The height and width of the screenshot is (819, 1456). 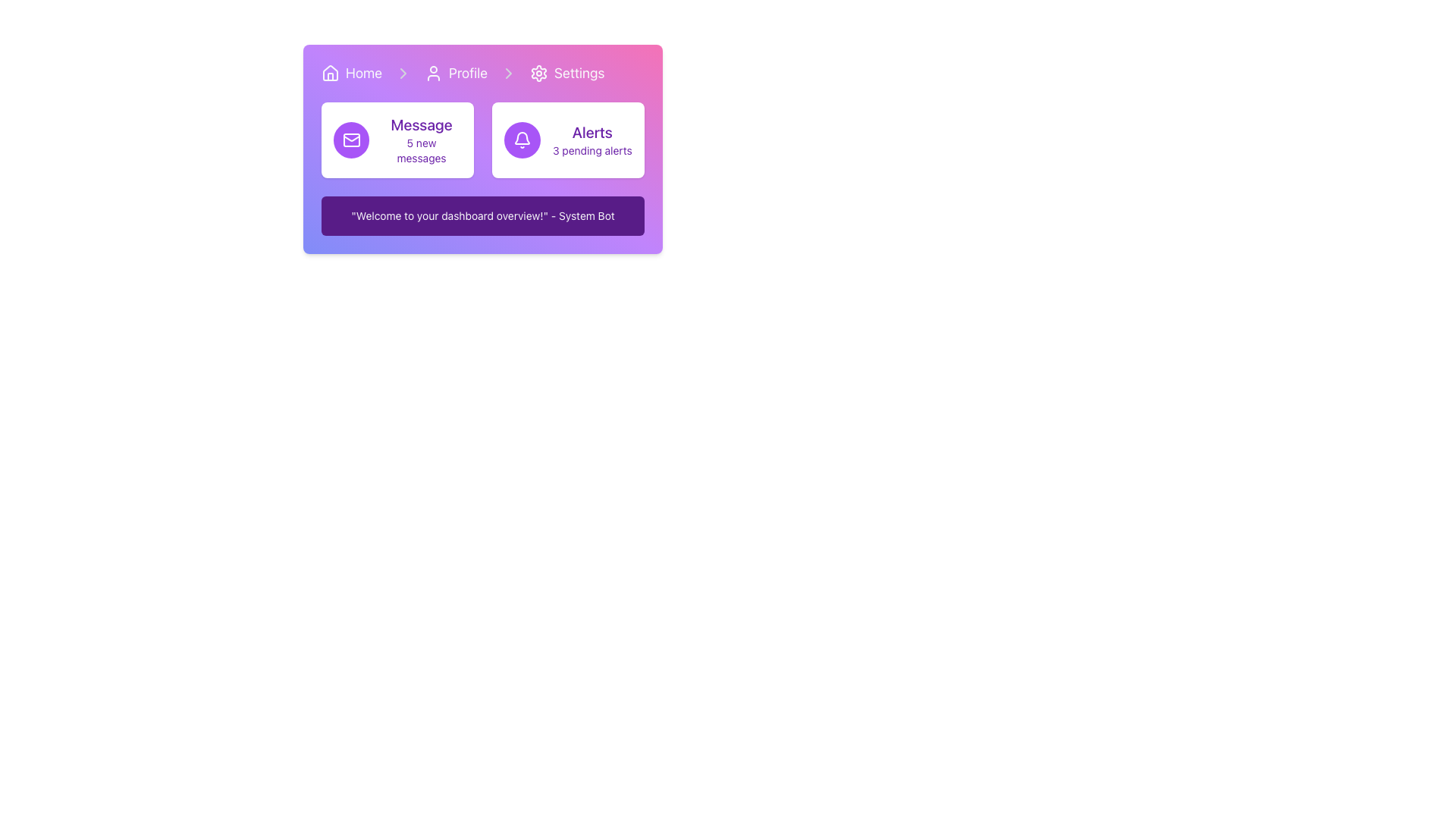 I want to click on text label displaying 'Alerts' which is styled in bold, larger size font and is located above the '3 pending alerts' text in the notification area, so click(x=591, y=131).